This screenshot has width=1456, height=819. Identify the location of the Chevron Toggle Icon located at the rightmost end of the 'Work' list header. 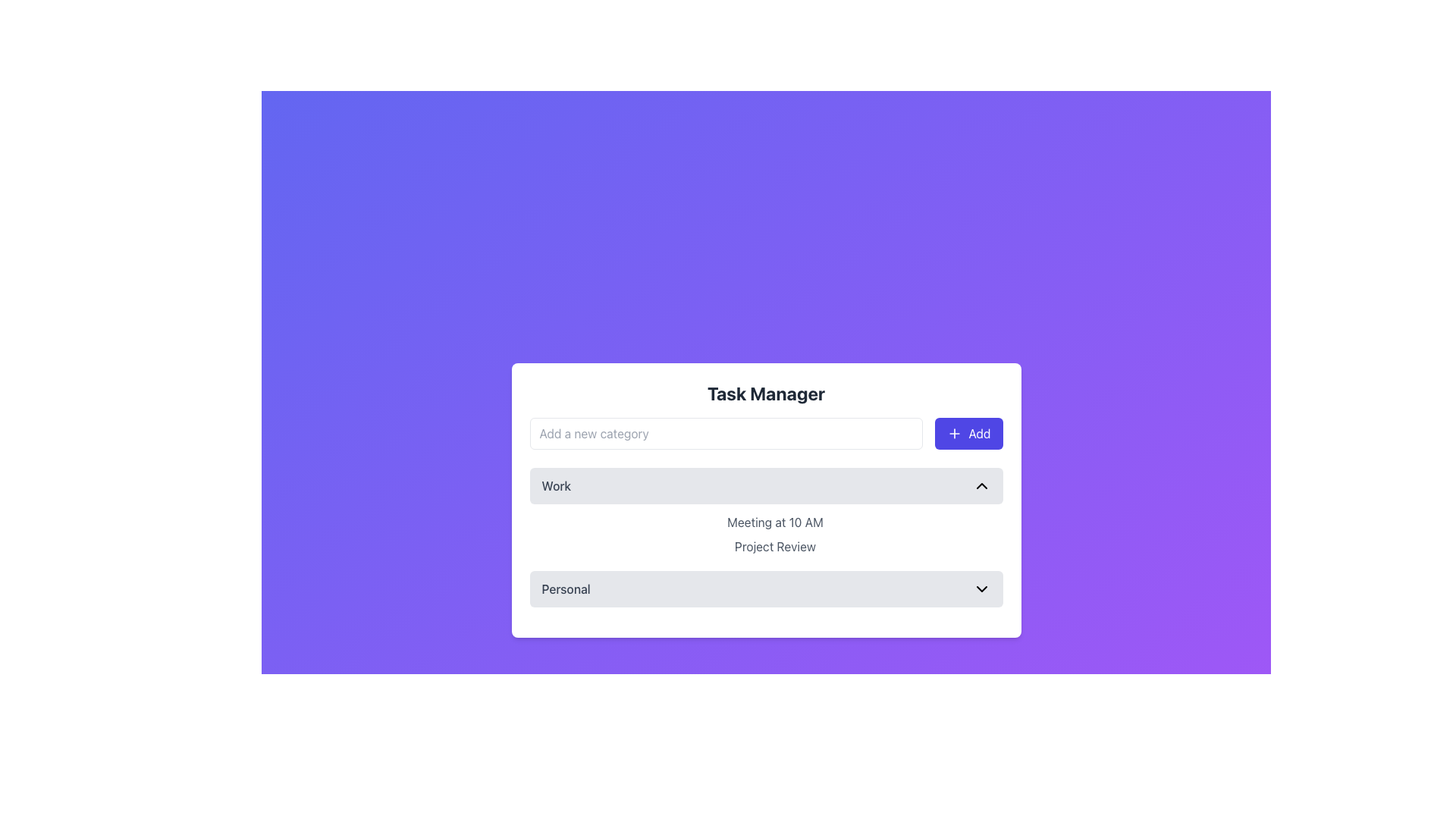
(981, 485).